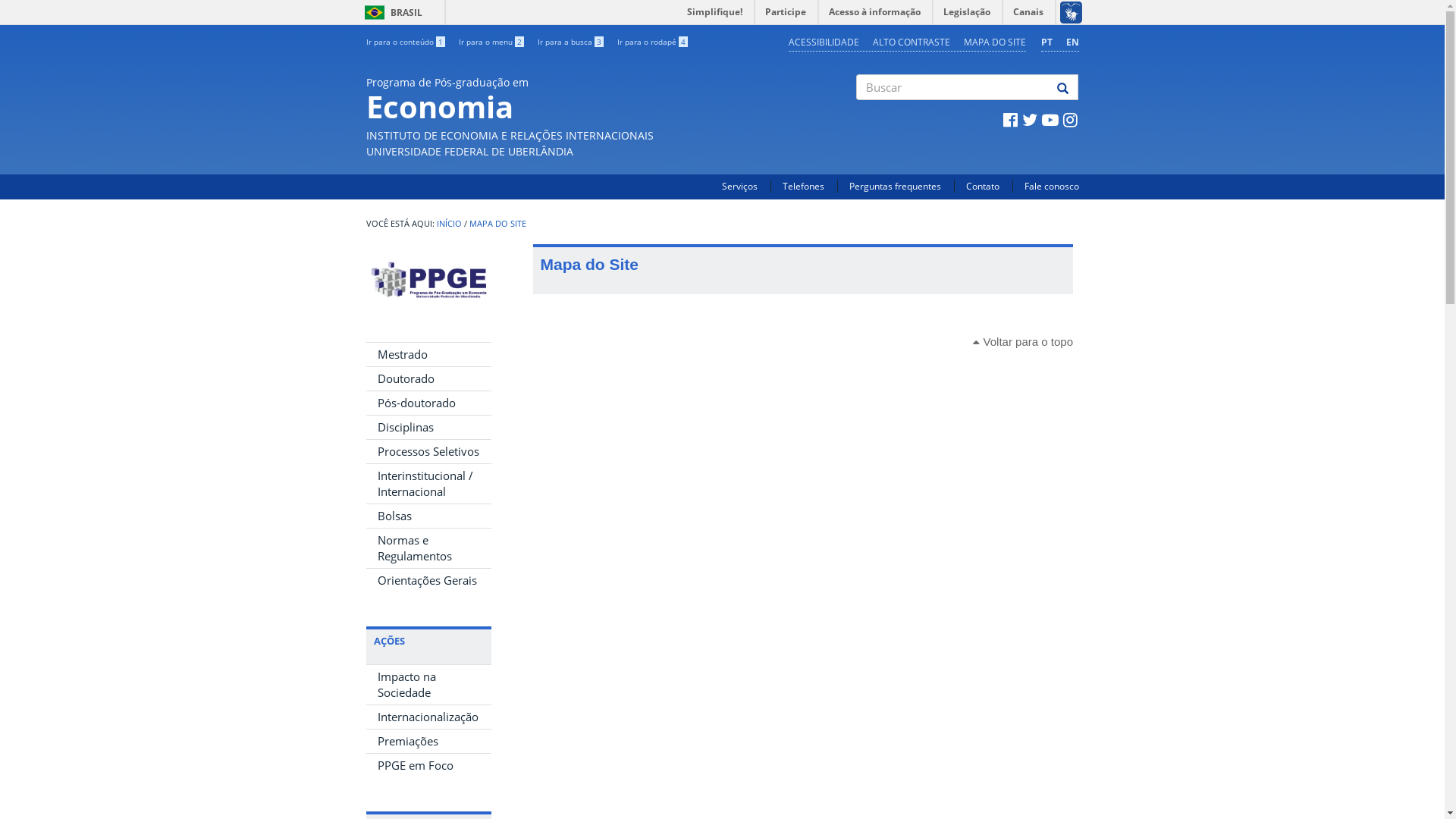 The image size is (1456, 819). Describe the element at coordinates (427, 515) in the screenshot. I see `'Bolsas'` at that location.